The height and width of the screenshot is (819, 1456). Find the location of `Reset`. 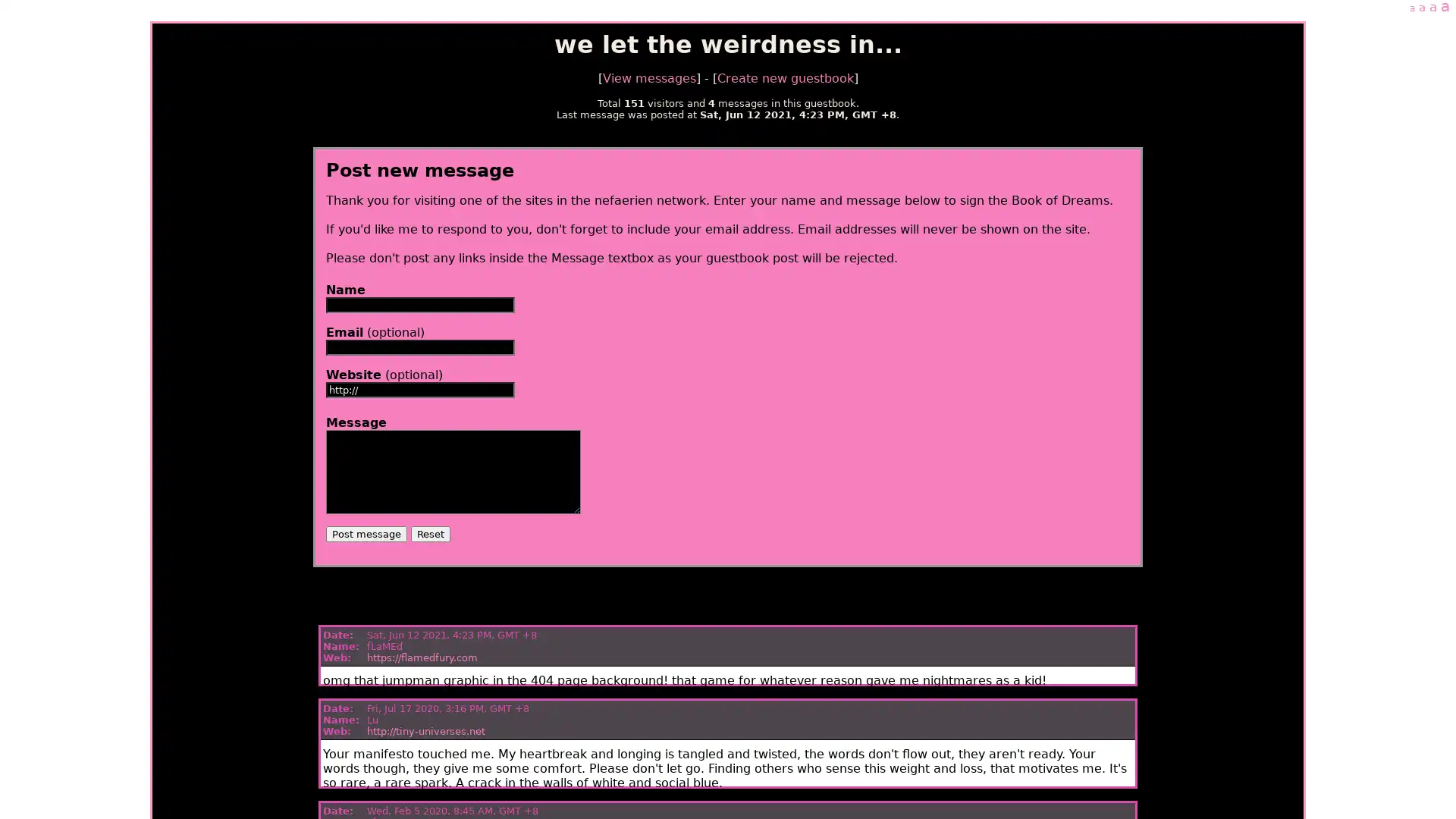

Reset is located at coordinates (428, 533).